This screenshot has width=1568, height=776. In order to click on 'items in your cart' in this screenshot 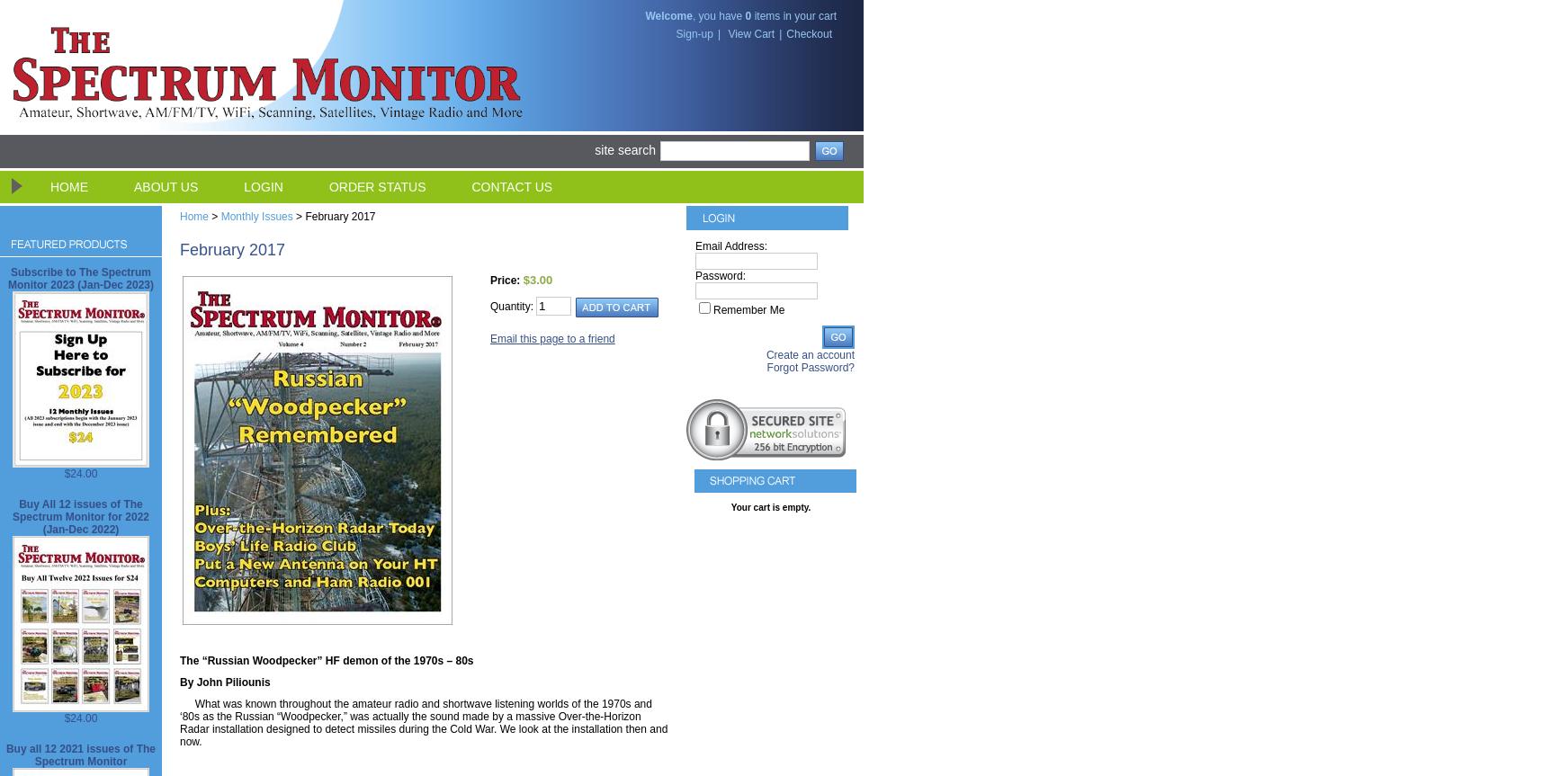, I will do `click(793, 16)`.